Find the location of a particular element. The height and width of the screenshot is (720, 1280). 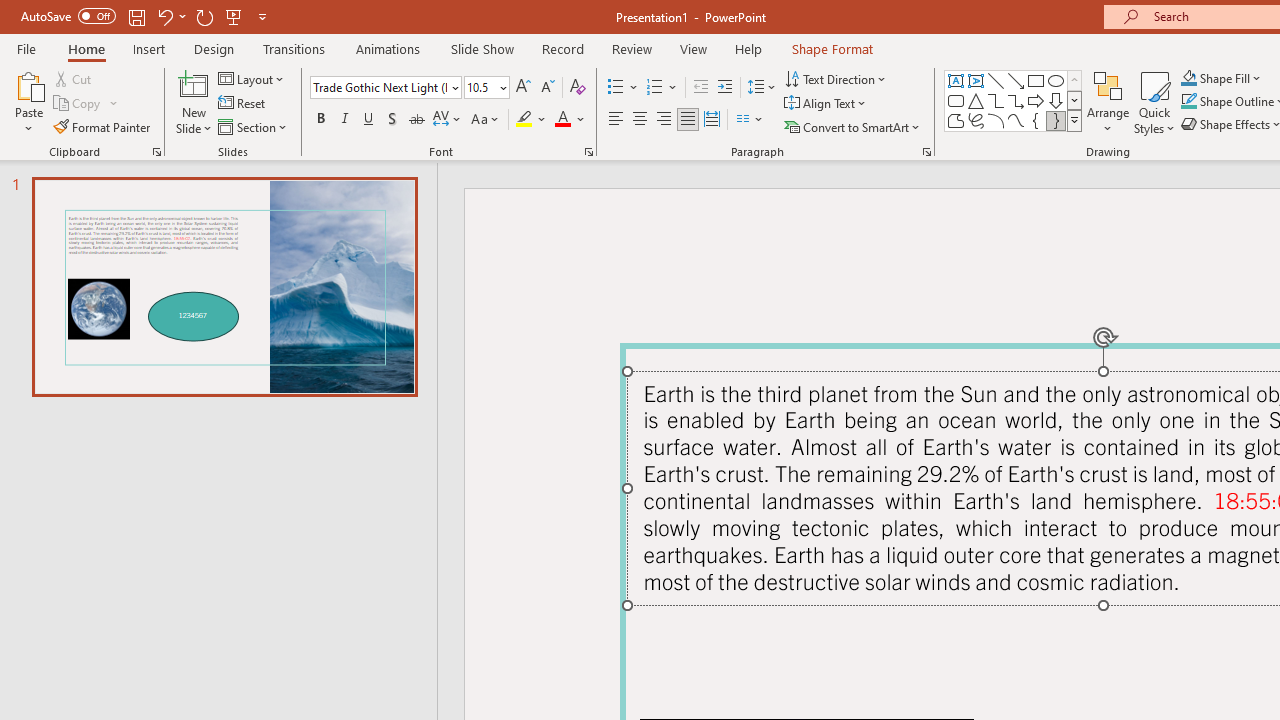

'Shapes' is located at coordinates (1073, 120).